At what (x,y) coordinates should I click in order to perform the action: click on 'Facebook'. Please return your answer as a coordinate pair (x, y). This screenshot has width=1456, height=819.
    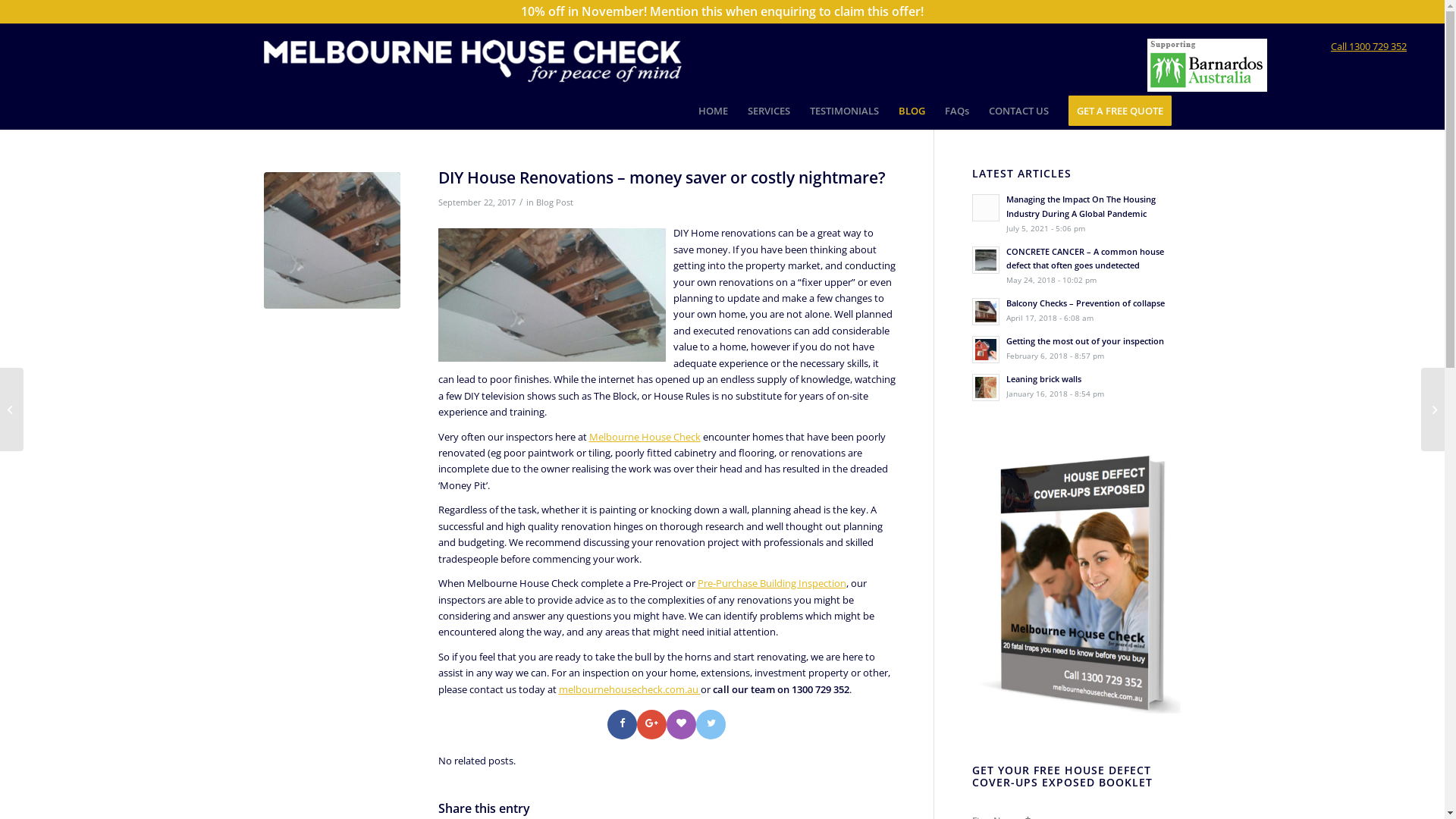
    Looking at the image, I should click on (622, 723).